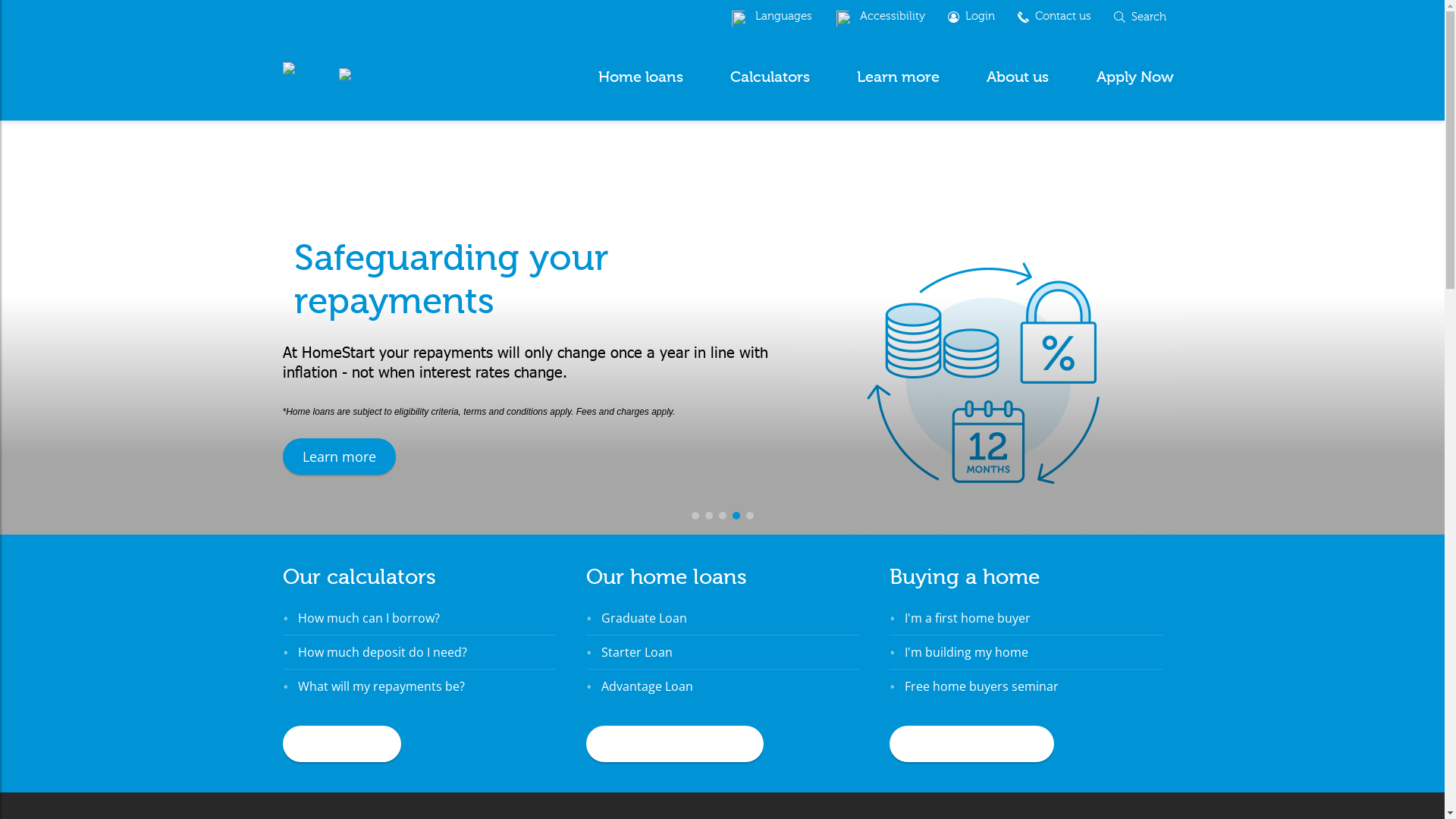 The image size is (1456, 819). What do you see at coordinates (722, 514) in the screenshot?
I see `'3'` at bounding box center [722, 514].